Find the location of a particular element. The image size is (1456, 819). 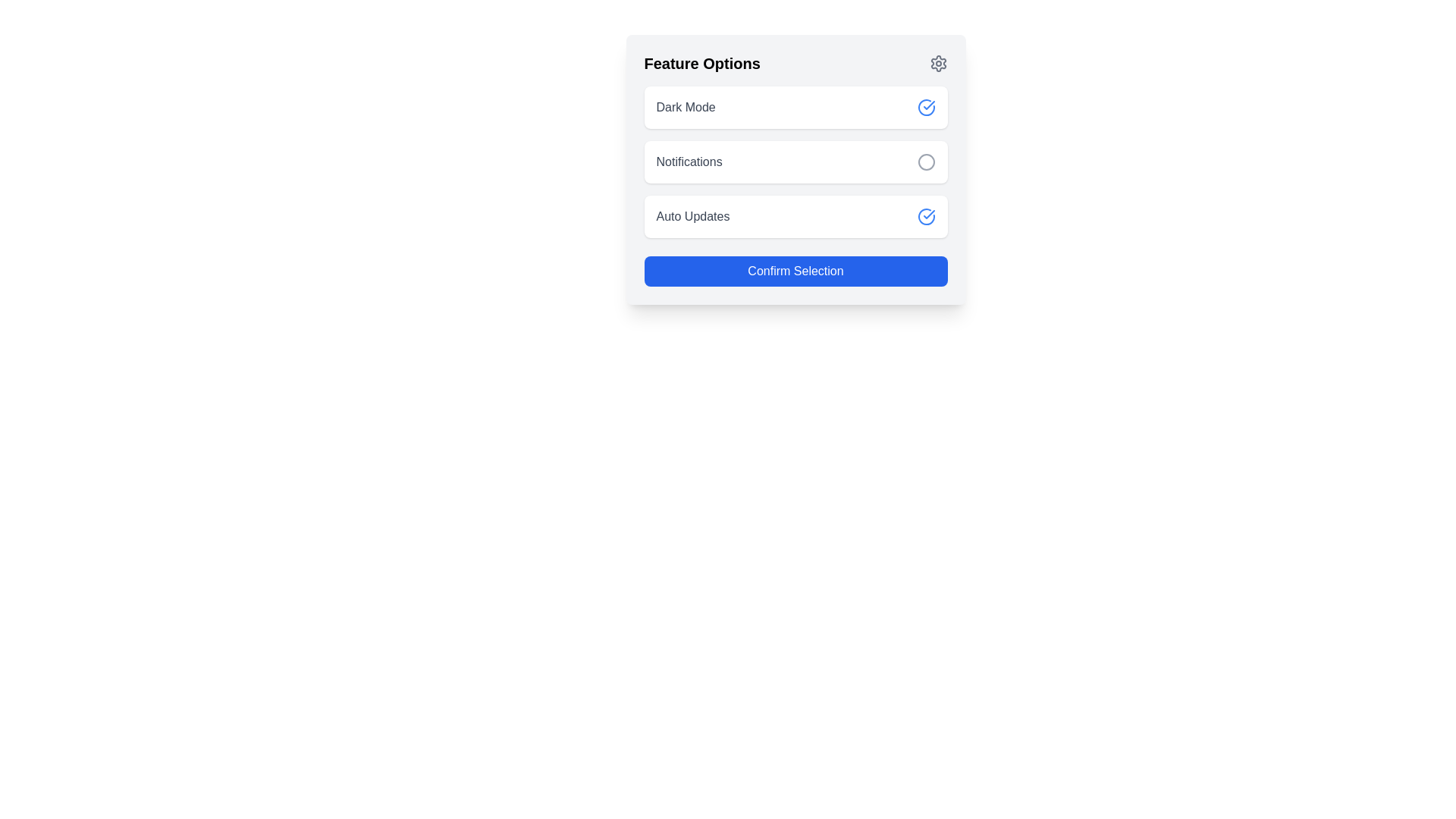

the 'Auto Updates' selectable option, which is the third entry in the list of feature options is located at coordinates (795, 216).